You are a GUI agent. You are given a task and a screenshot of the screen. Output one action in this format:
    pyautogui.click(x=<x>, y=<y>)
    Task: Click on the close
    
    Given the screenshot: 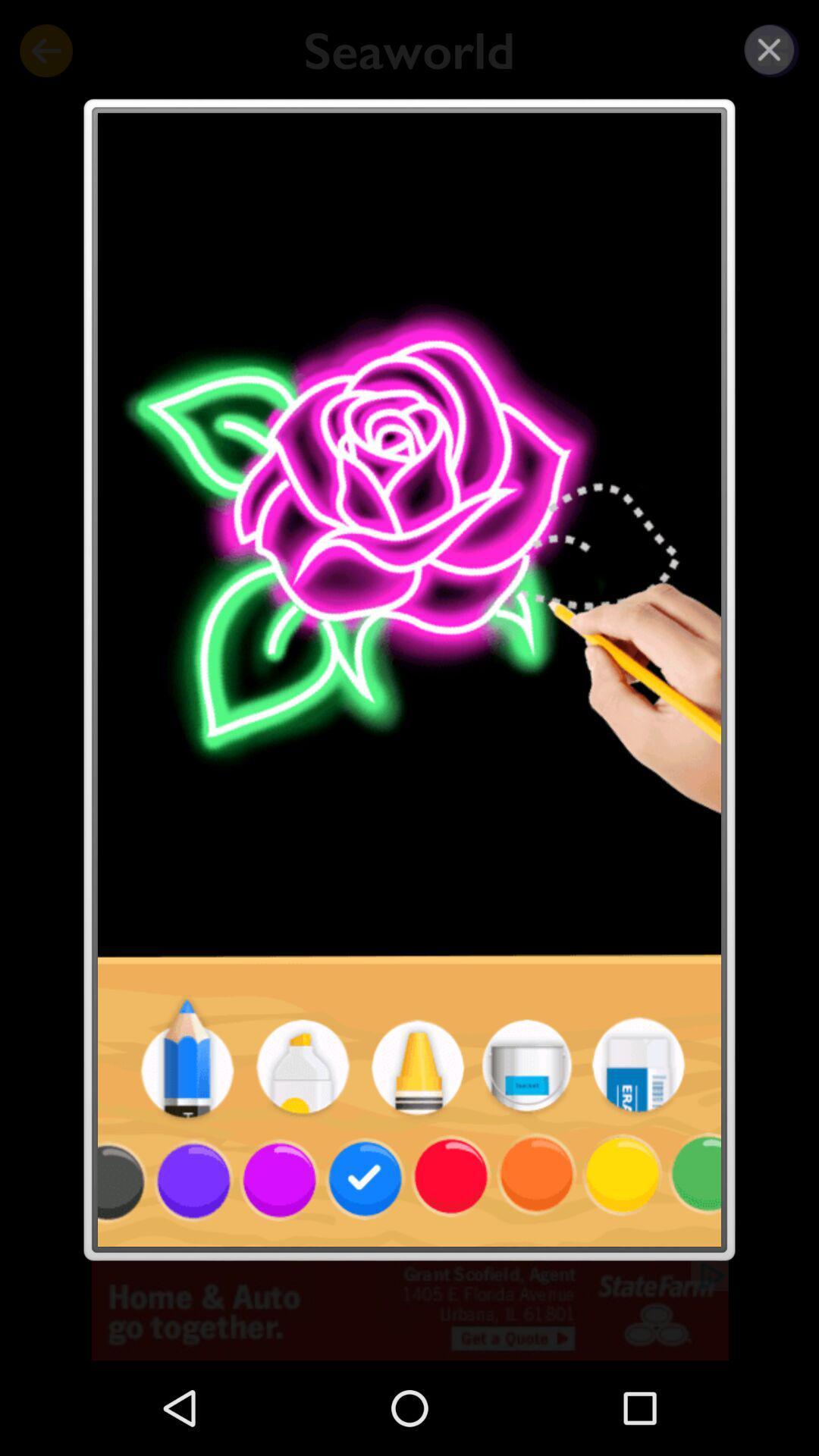 What is the action you would take?
    pyautogui.click(x=769, y=49)
    